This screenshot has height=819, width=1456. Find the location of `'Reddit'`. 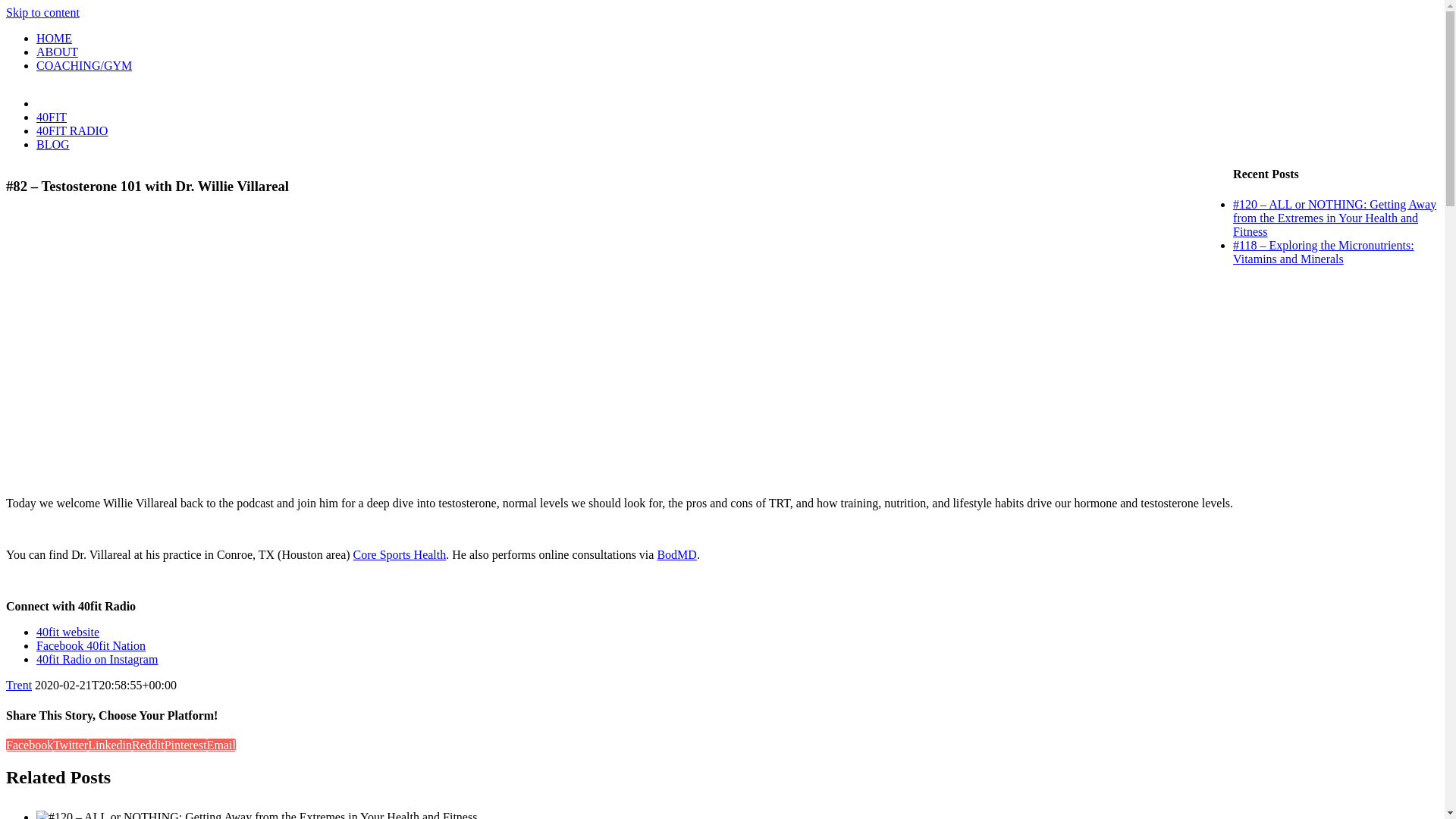

'Reddit' is located at coordinates (148, 744).